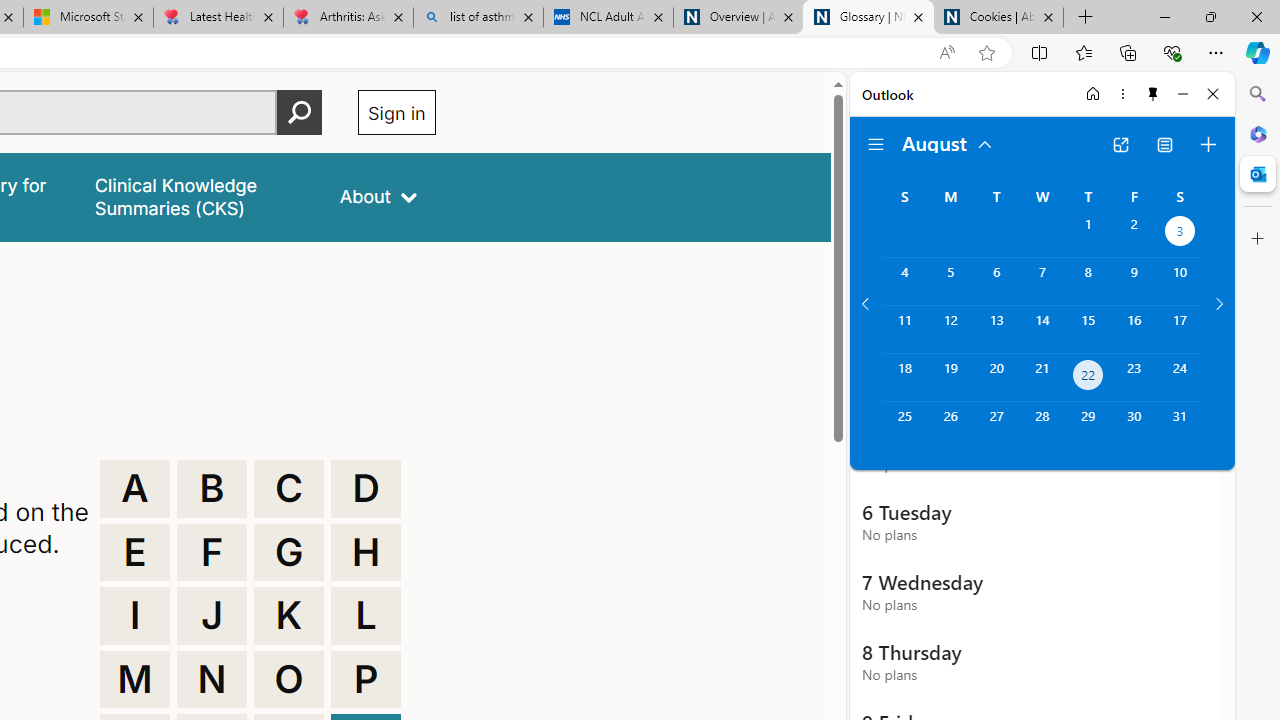  What do you see at coordinates (366, 552) in the screenshot?
I see `'H'` at bounding box center [366, 552].